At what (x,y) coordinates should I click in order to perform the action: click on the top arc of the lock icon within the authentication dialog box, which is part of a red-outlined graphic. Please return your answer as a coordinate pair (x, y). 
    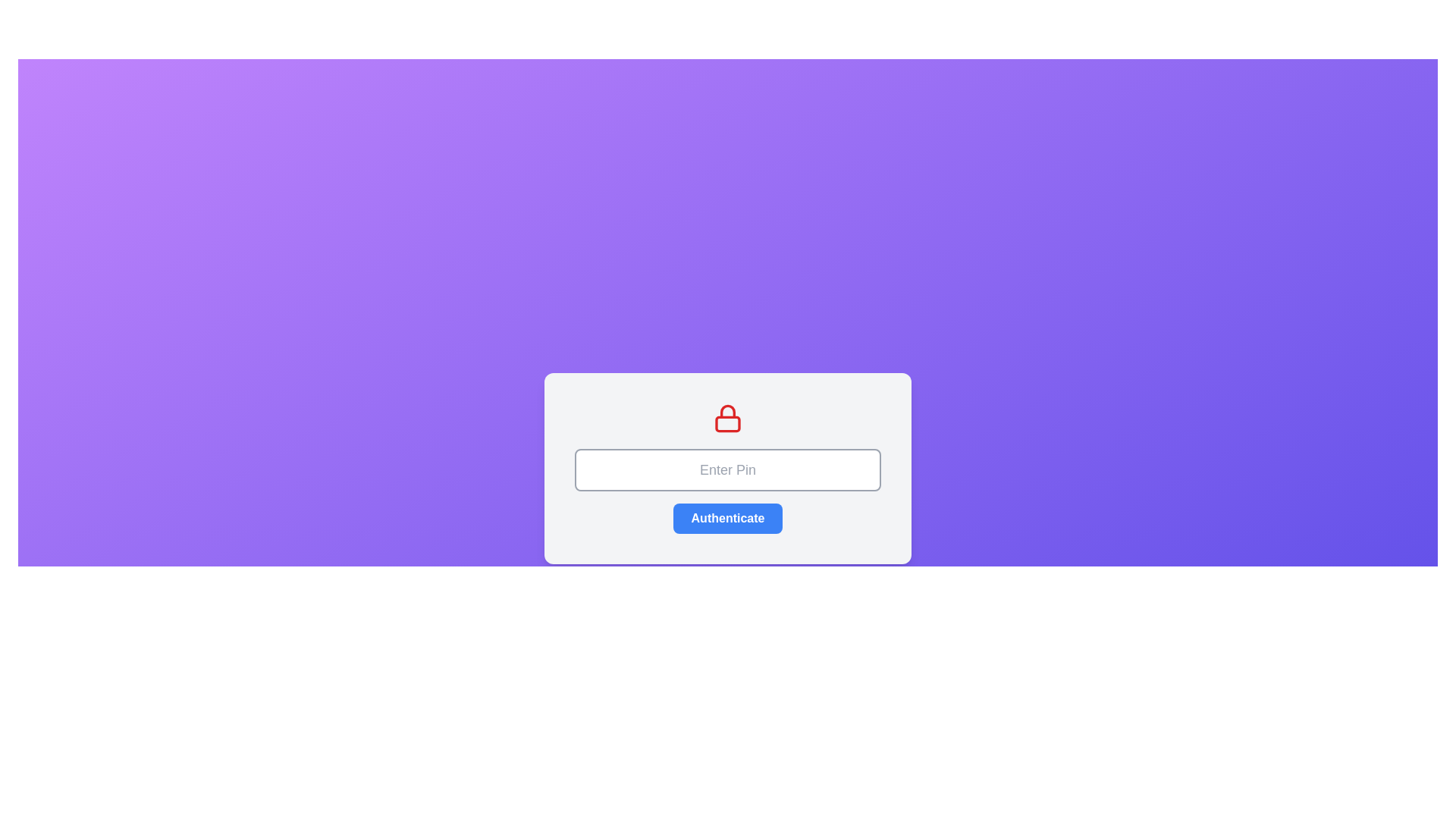
    Looking at the image, I should click on (728, 411).